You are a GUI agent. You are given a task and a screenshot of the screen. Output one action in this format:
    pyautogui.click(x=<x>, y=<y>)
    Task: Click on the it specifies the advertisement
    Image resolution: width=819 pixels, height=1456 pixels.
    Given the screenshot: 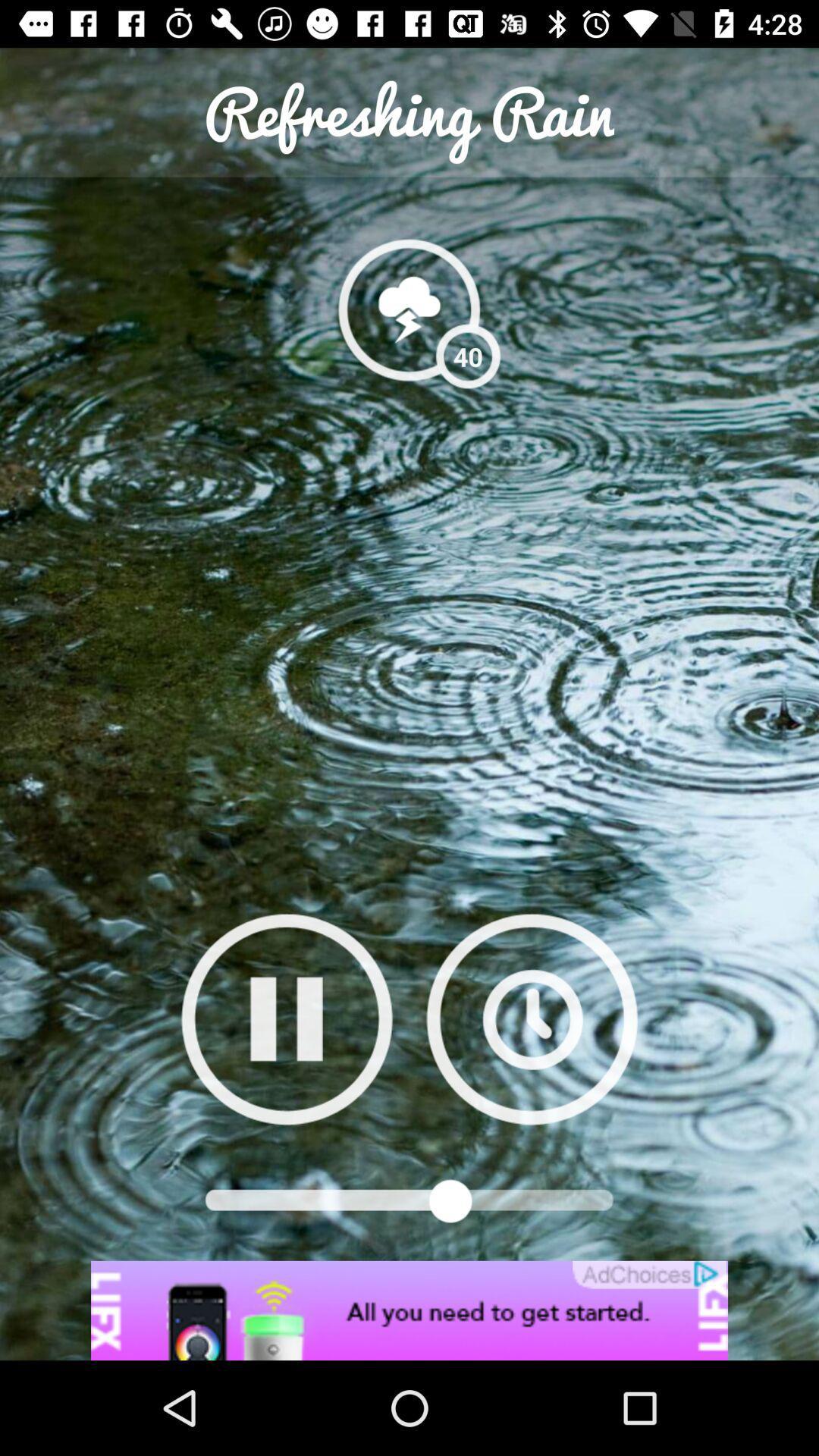 What is the action you would take?
    pyautogui.click(x=409, y=1310)
    